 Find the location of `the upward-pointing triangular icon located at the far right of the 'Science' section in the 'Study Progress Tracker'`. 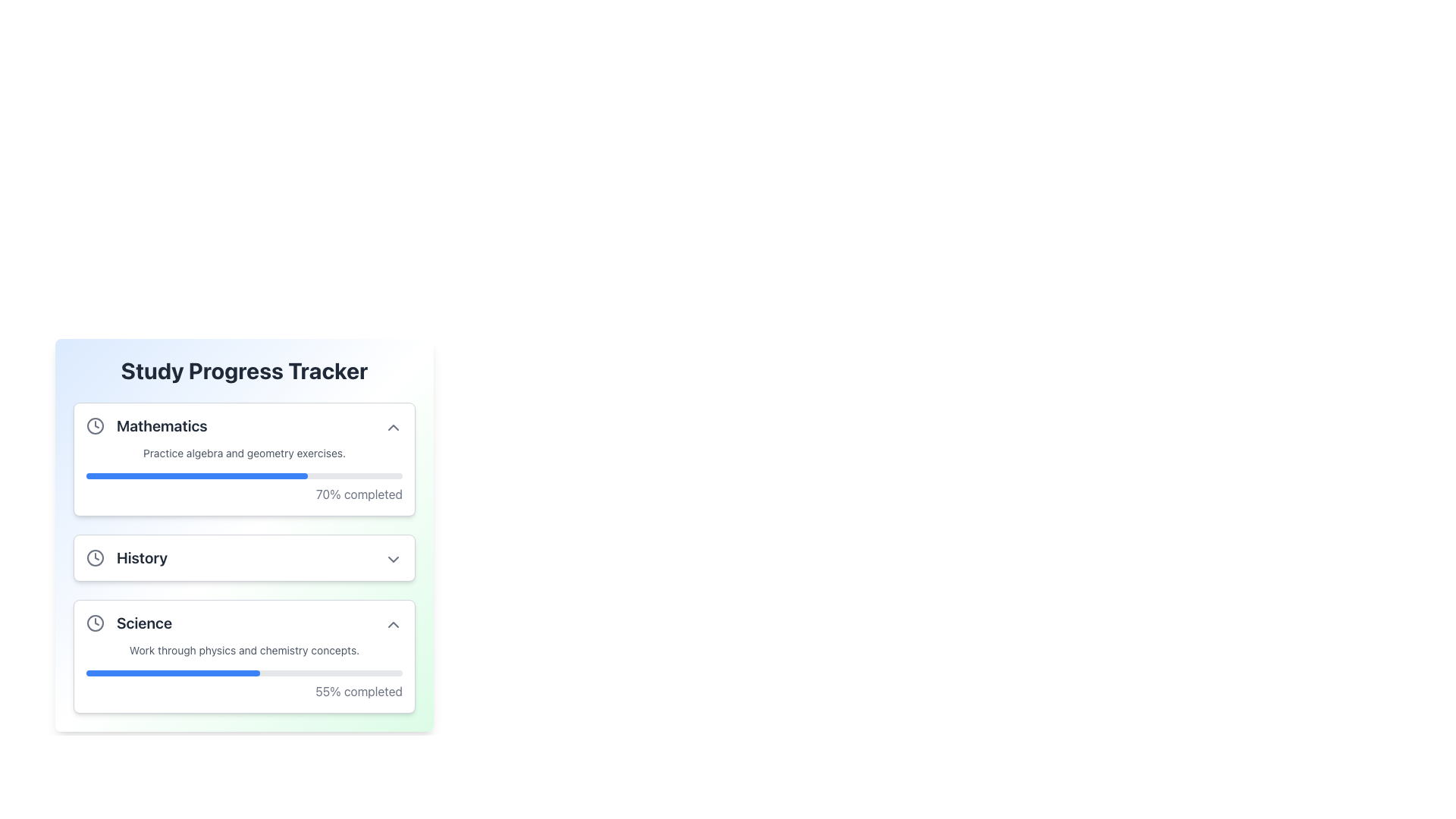

the upward-pointing triangular icon located at the far right of the 'Science' section in the 'Study Progress Tracker' is located at coordinates (393, 625).